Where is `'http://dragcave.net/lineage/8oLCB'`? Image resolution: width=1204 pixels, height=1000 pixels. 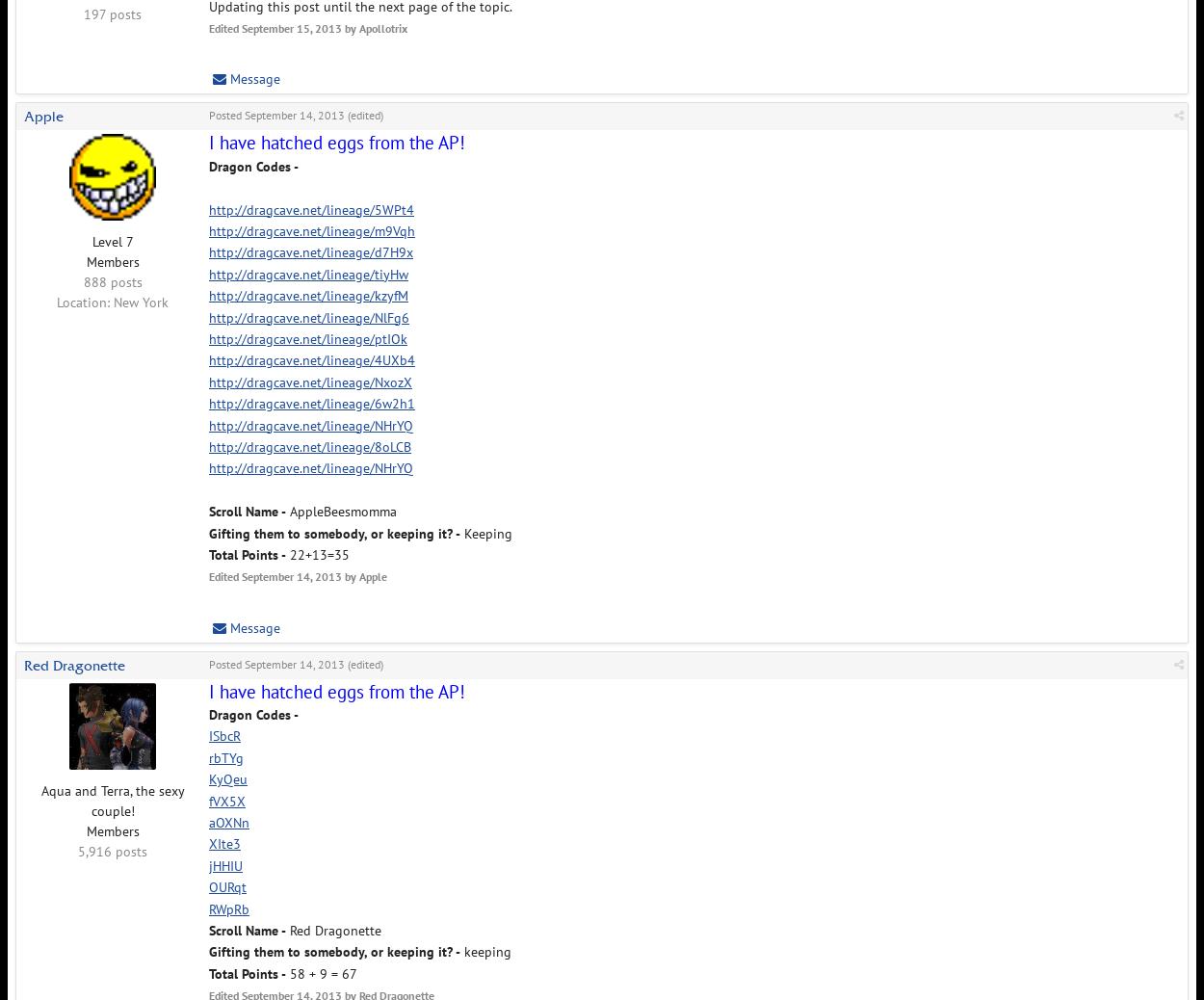 'http://dragcave.net/lineage/8oLCB' is located at coordinates (309, 446).